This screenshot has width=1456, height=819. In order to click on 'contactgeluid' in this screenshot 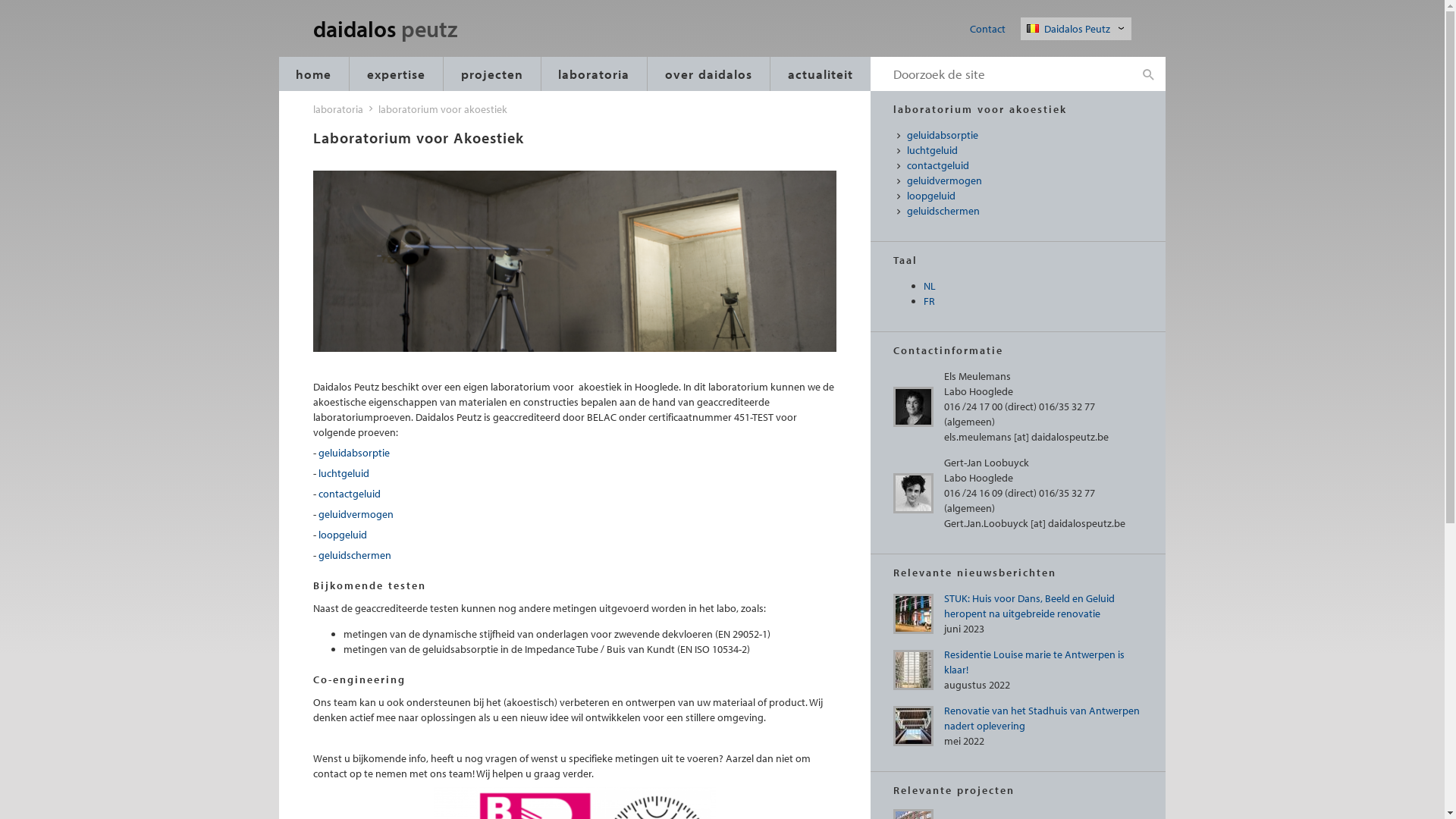, I will do `click(348, 494)`.